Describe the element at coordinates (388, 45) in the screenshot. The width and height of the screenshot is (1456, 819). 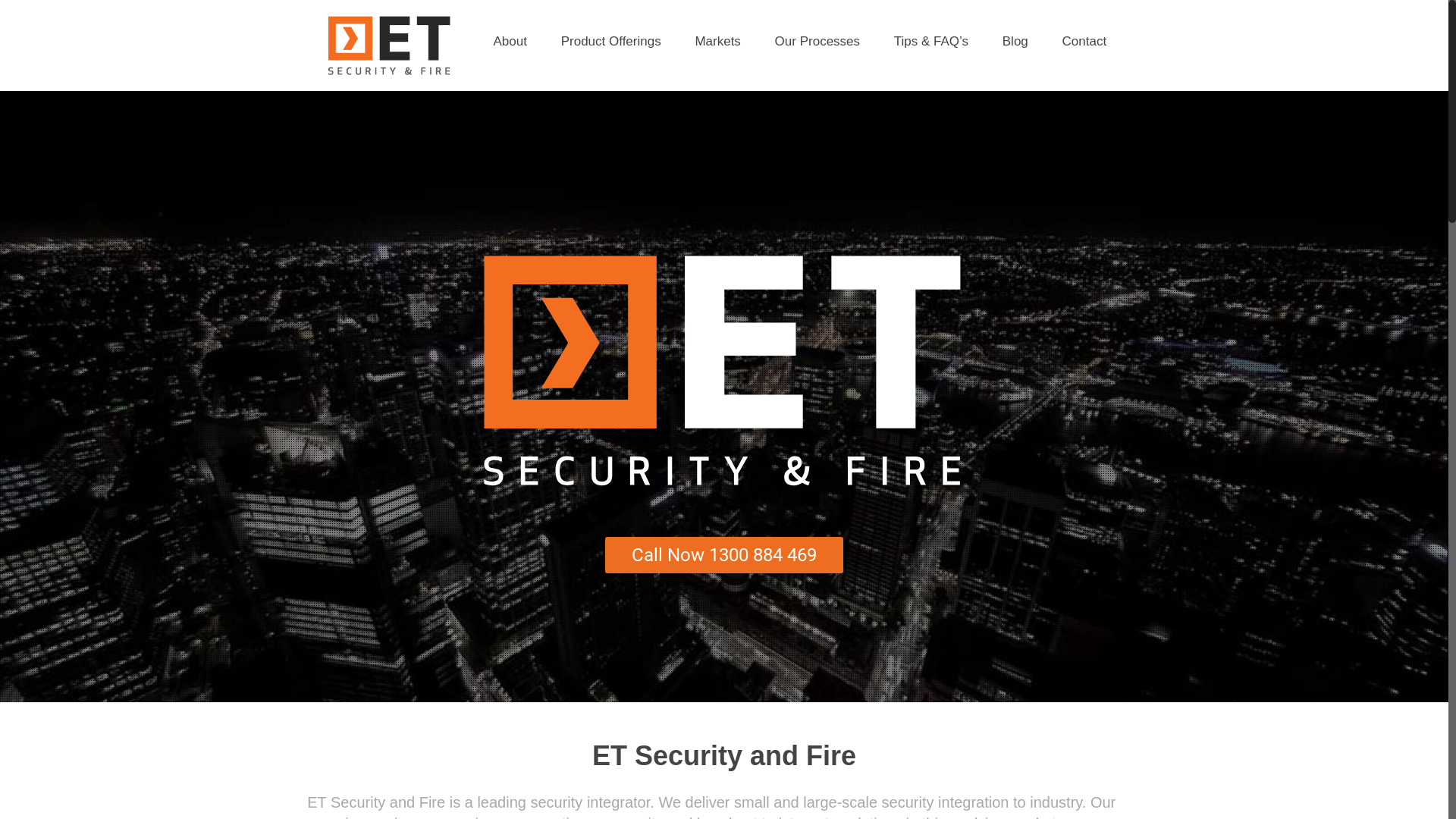
I see `'ET Security'` at that location.